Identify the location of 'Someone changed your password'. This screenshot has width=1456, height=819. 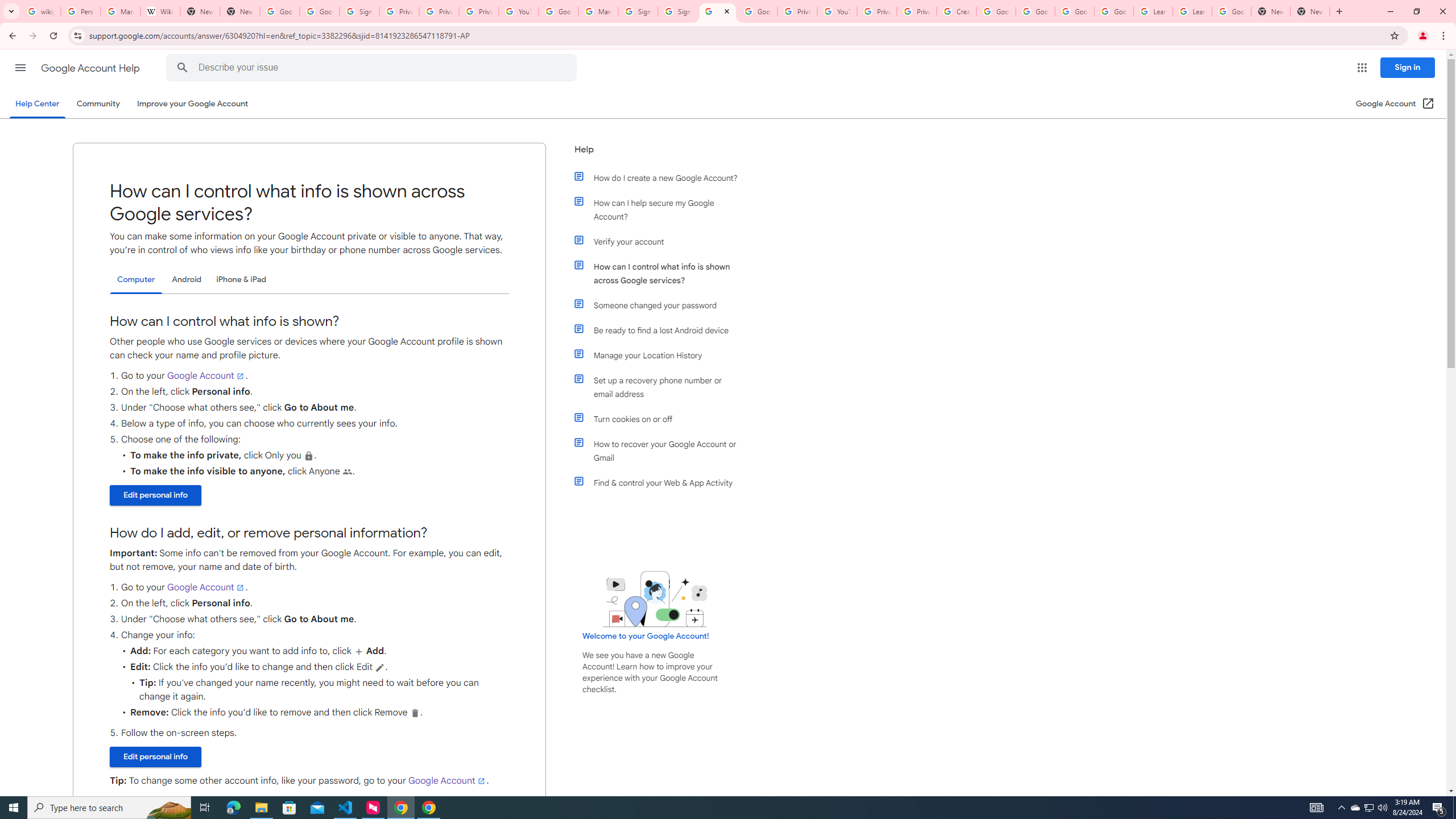
(661, 305).